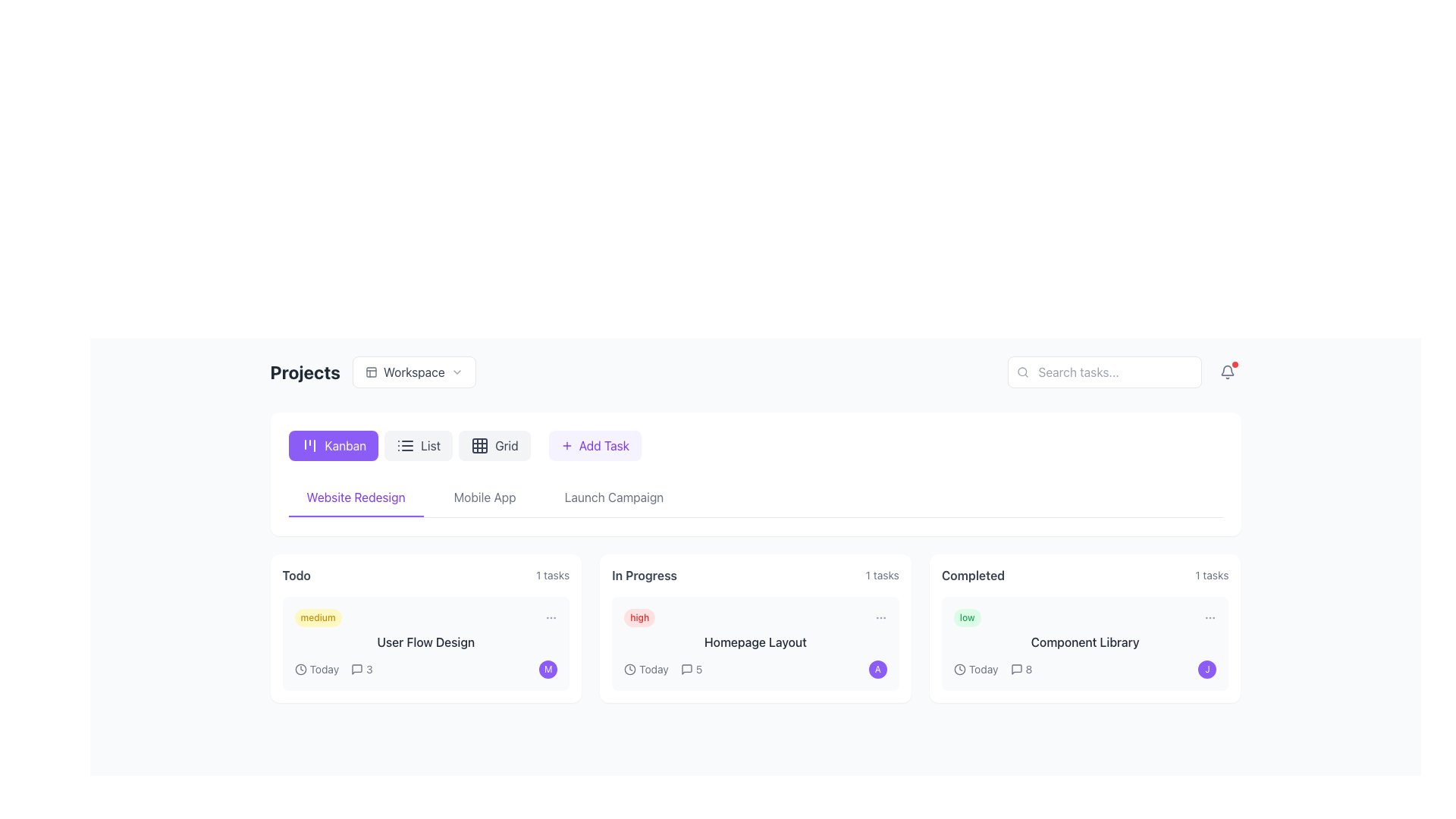  Describe the element at coordinates (332, 444) in the screenshot. I see `the Kanban view button, which is the first button in a row of three in the navigation bar` at that location.